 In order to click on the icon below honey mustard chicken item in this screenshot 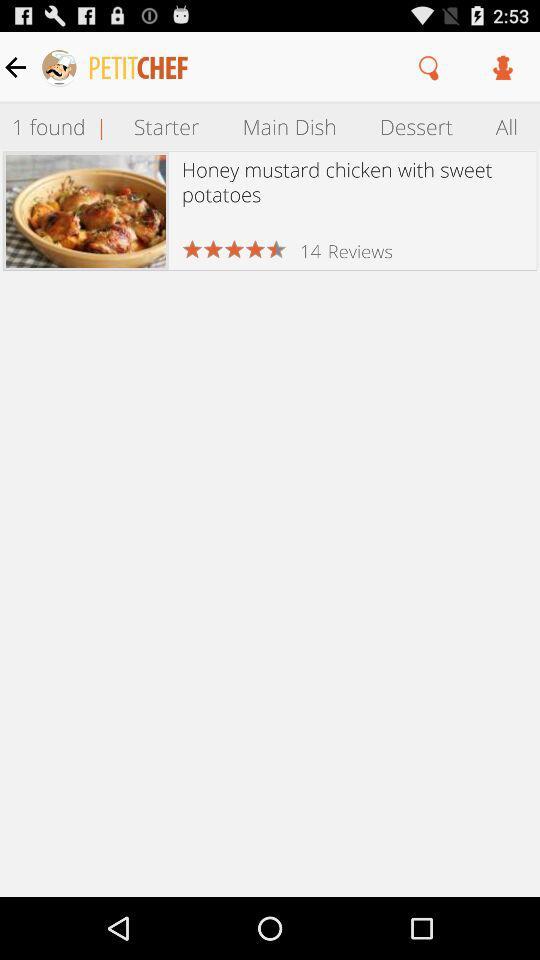, I will do `click(310, 250)`.